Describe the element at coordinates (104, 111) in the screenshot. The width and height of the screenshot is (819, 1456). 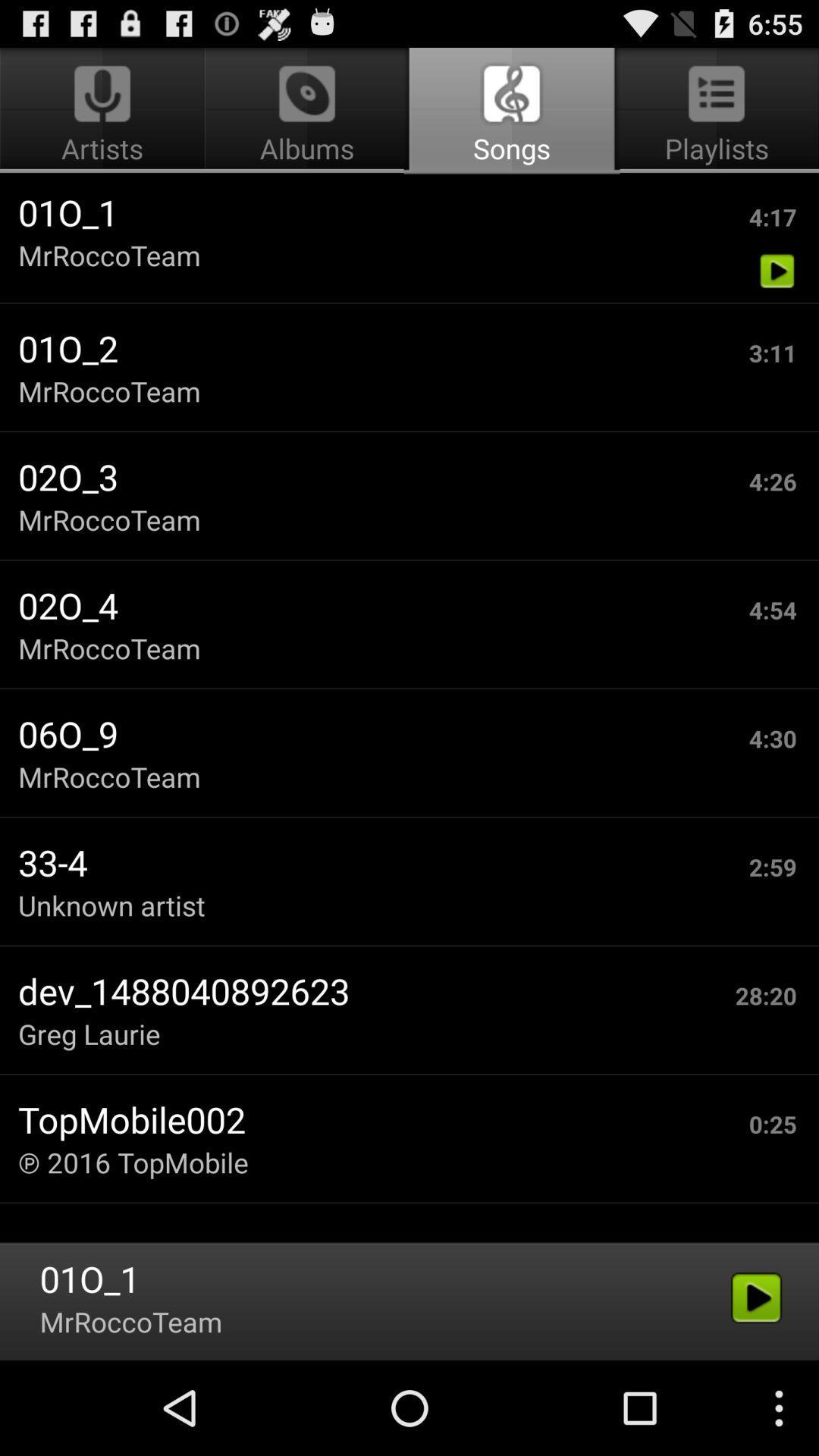
I see `artists` at that location.